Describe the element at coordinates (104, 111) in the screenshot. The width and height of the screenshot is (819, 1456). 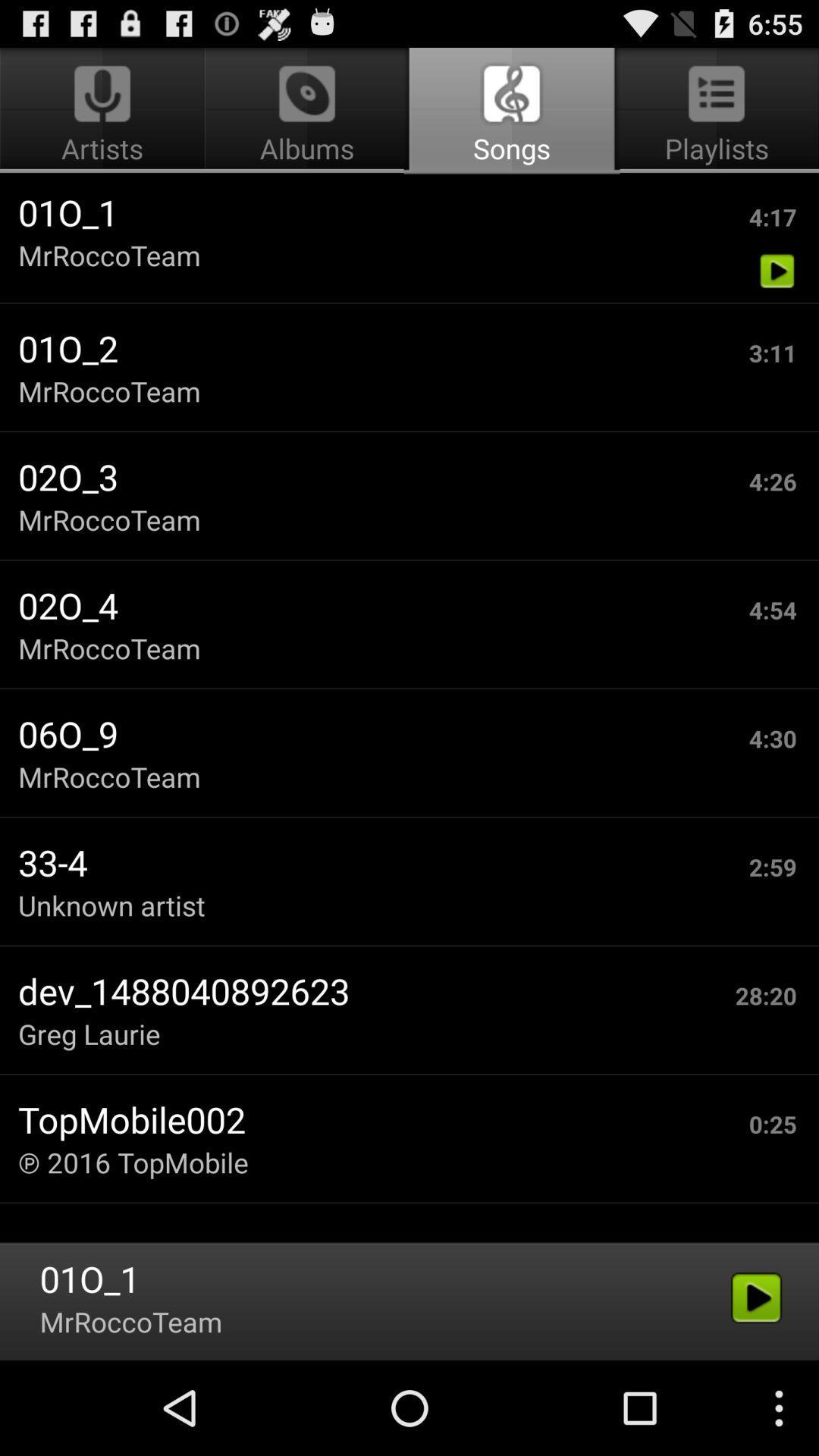
I see `artists` at that location.